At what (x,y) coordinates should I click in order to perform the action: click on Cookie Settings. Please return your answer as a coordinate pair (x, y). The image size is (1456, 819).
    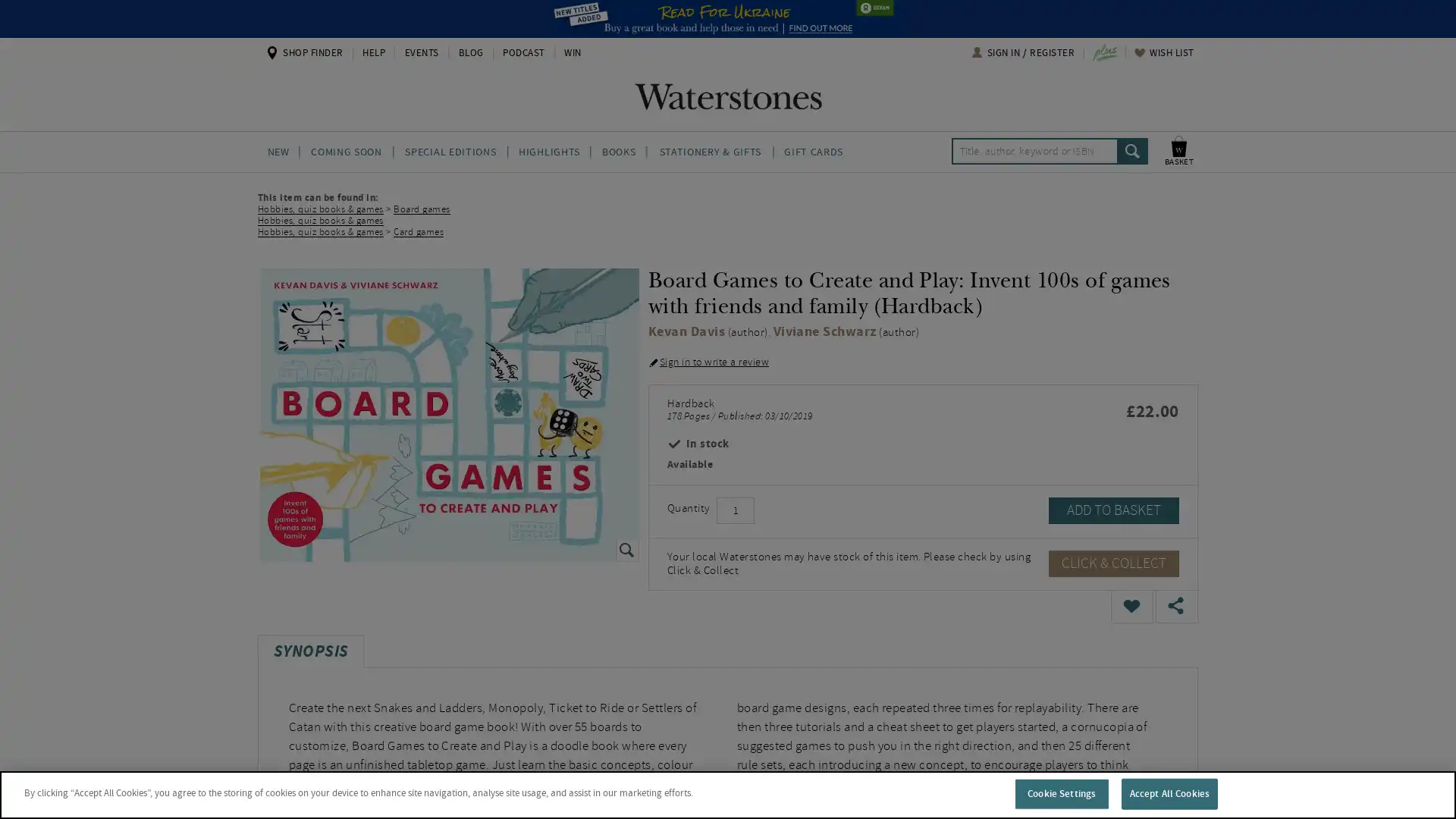
    Looking at the image, I should click on (1060, 792).